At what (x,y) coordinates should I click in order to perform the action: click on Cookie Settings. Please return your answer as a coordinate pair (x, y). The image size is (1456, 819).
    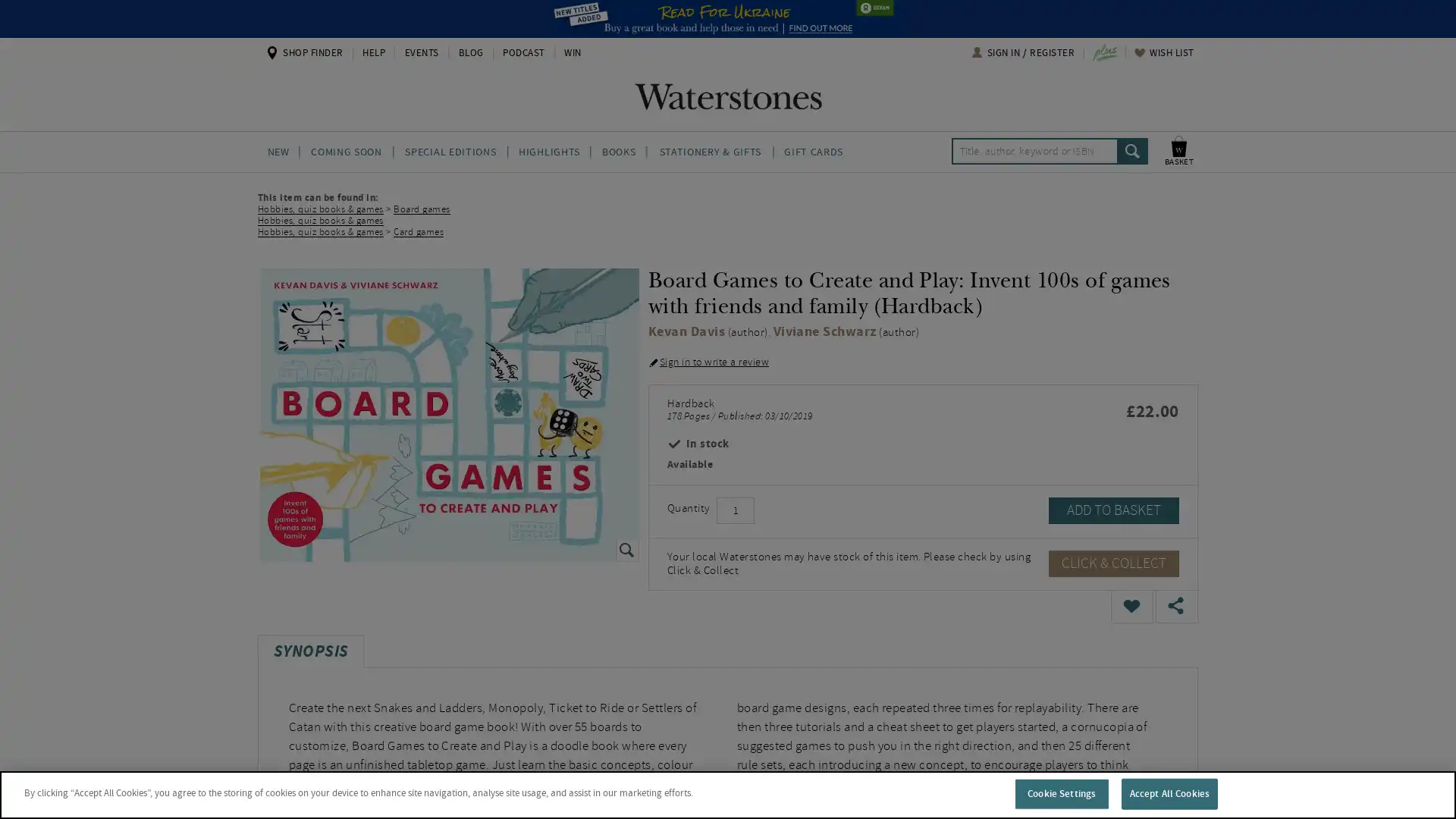
    Looking at the image, I should click on (1060, 792).